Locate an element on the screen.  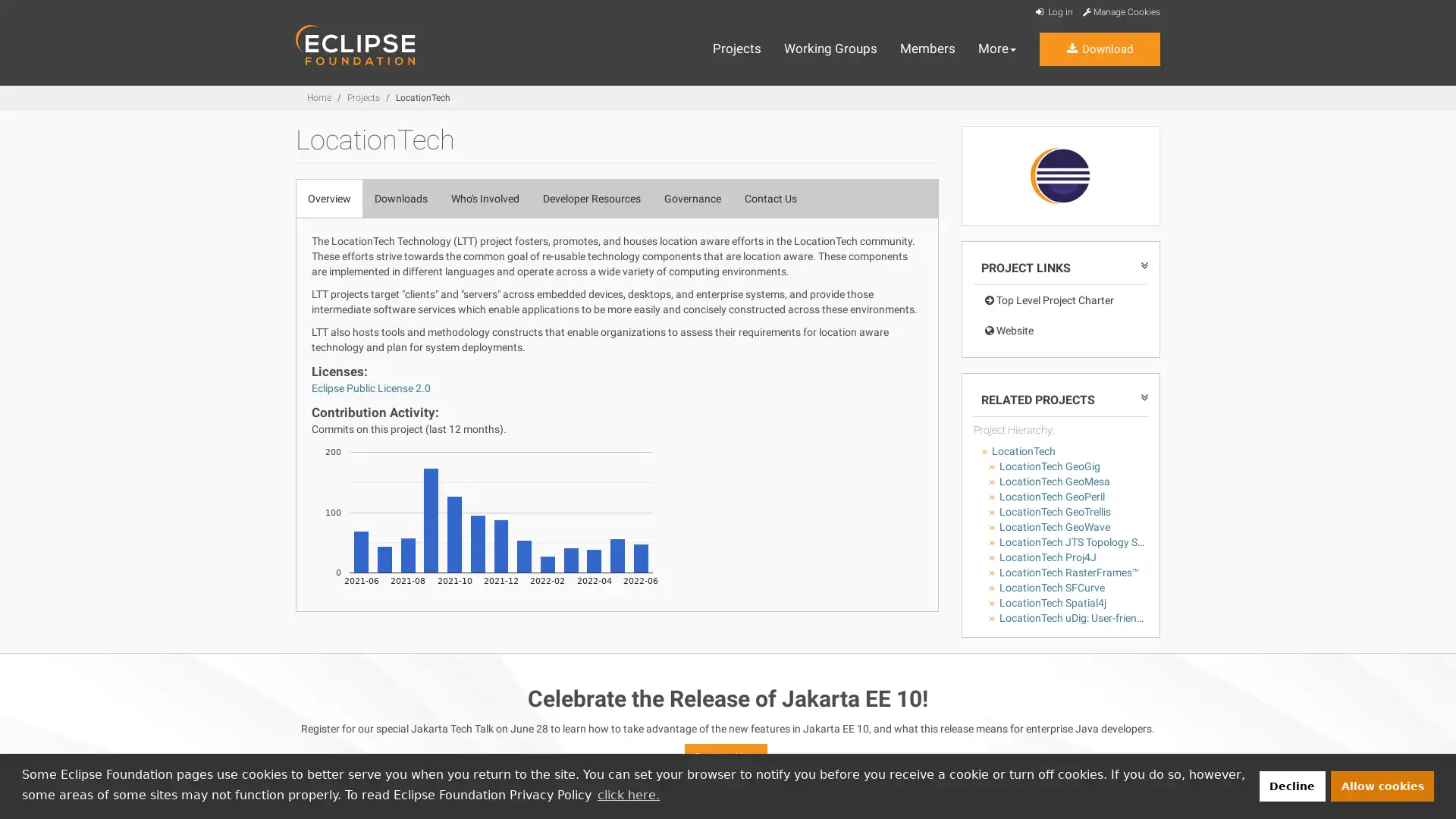
allow cookies is located at coordinates (1382, 785).